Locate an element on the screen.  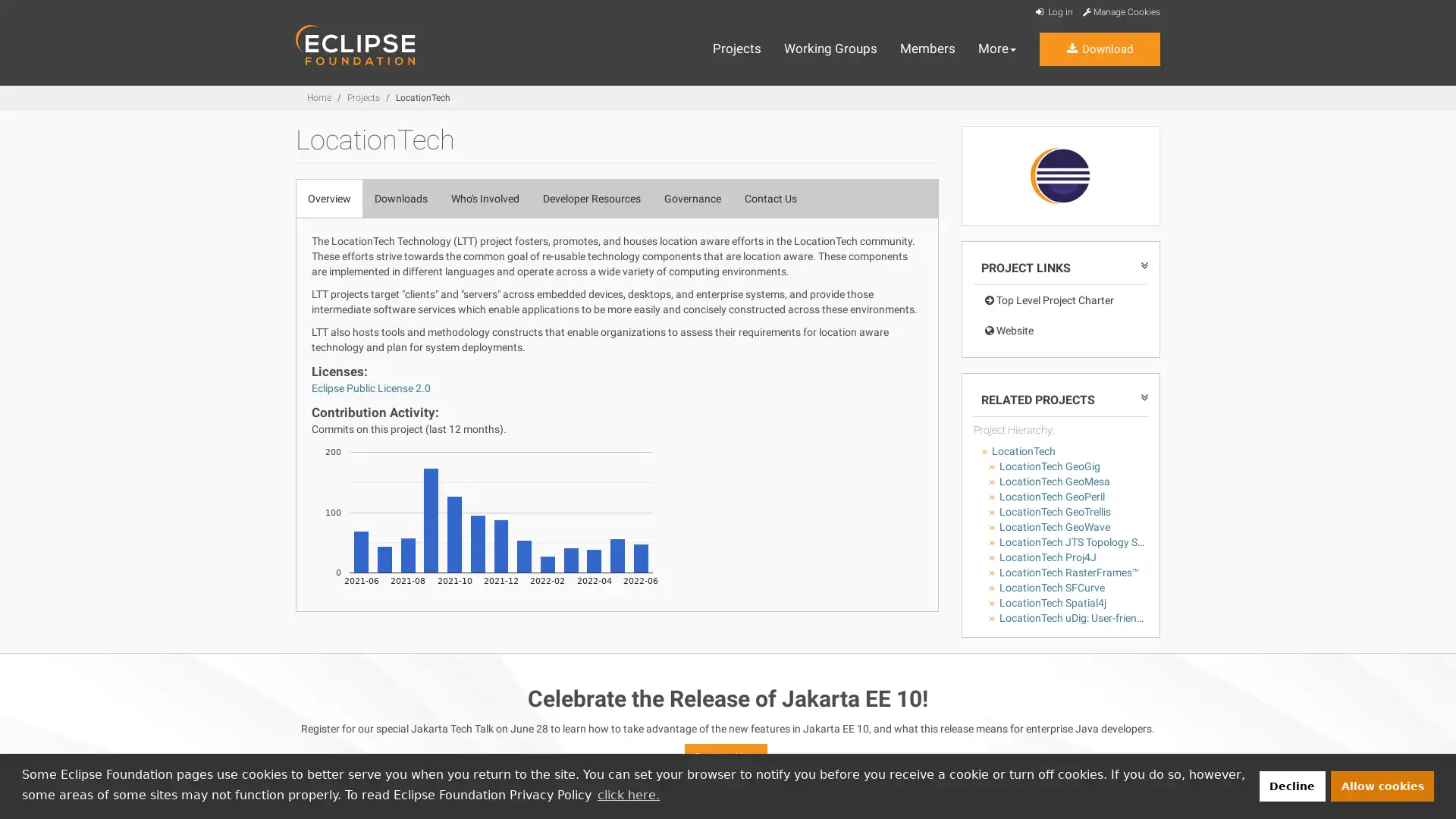
allow cookies is located at coordinates (1382, 785).